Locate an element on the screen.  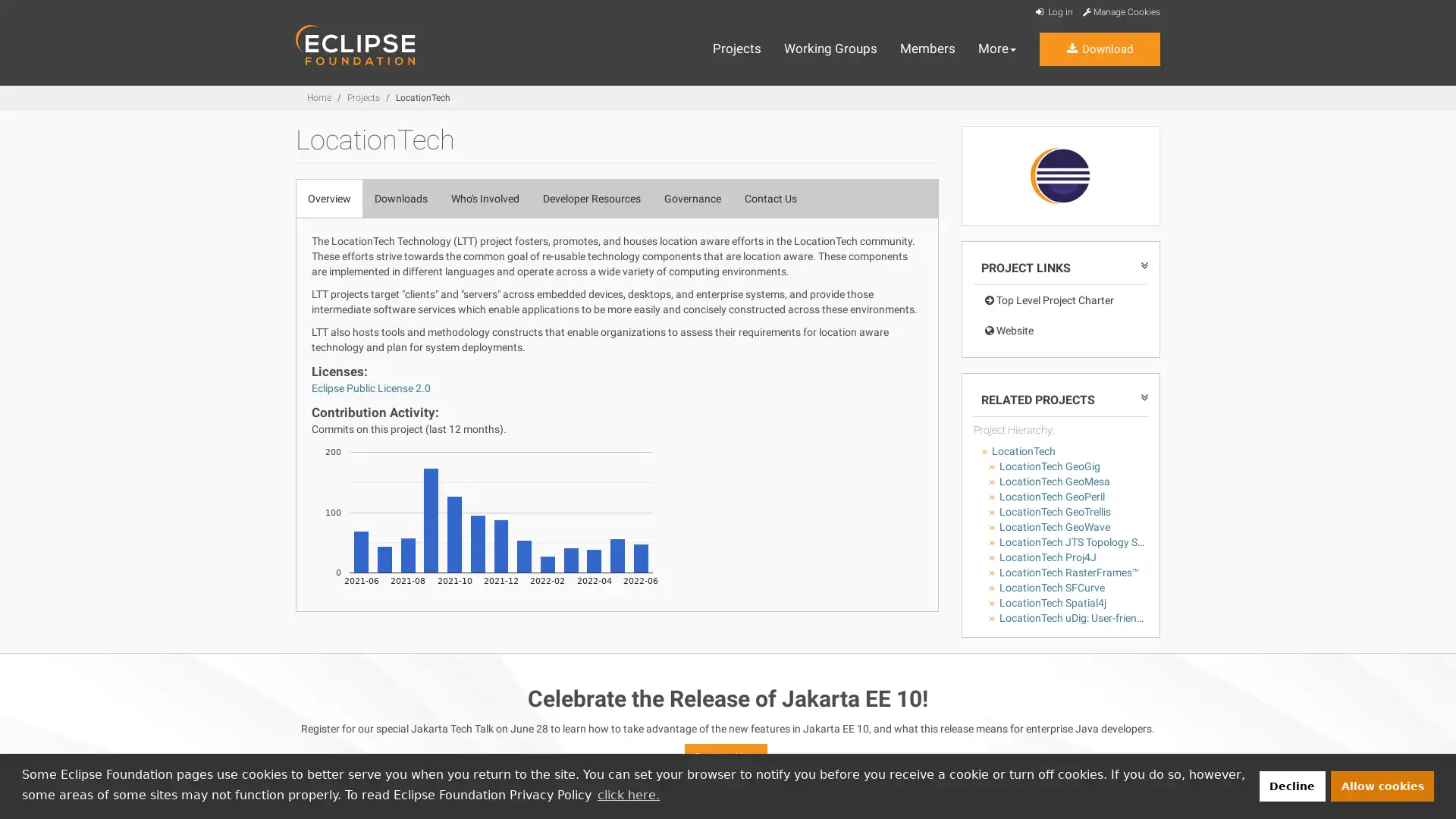
allow cookies is located at coordinates (1382, 785).